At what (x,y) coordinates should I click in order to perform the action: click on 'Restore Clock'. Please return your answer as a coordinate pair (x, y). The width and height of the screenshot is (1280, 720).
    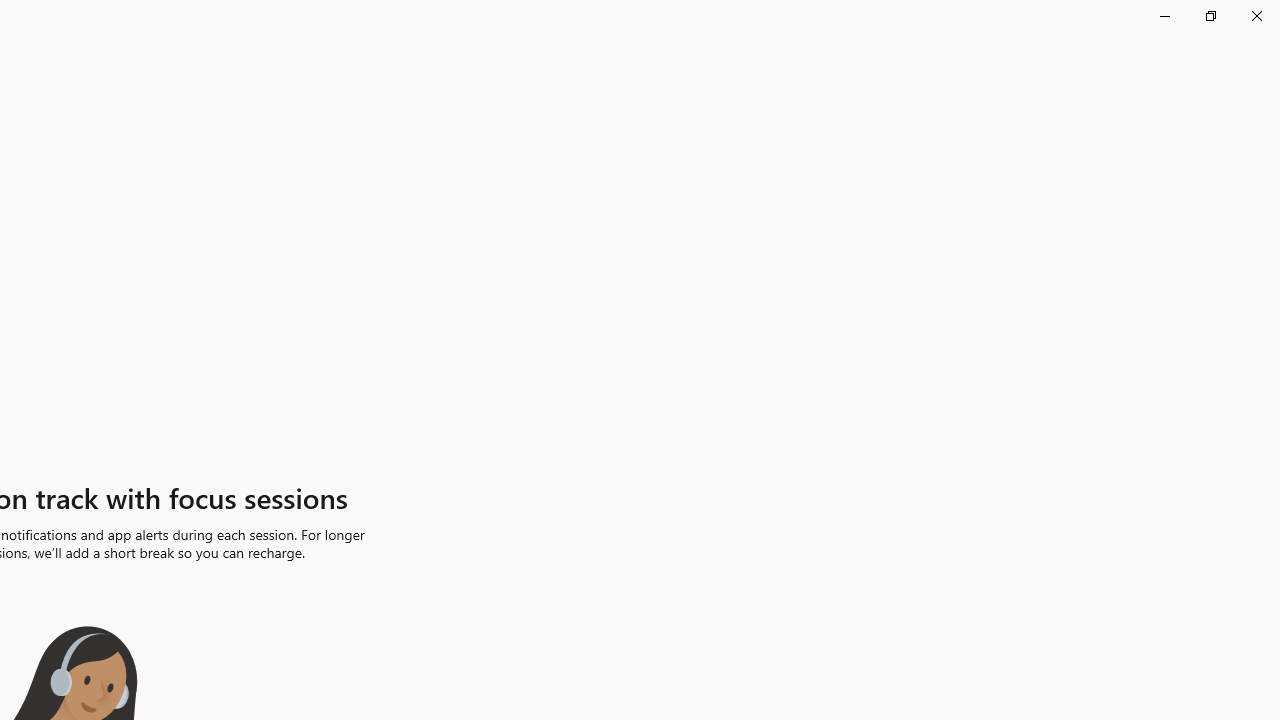
    Looking at the image, I should click on (1209, 15).